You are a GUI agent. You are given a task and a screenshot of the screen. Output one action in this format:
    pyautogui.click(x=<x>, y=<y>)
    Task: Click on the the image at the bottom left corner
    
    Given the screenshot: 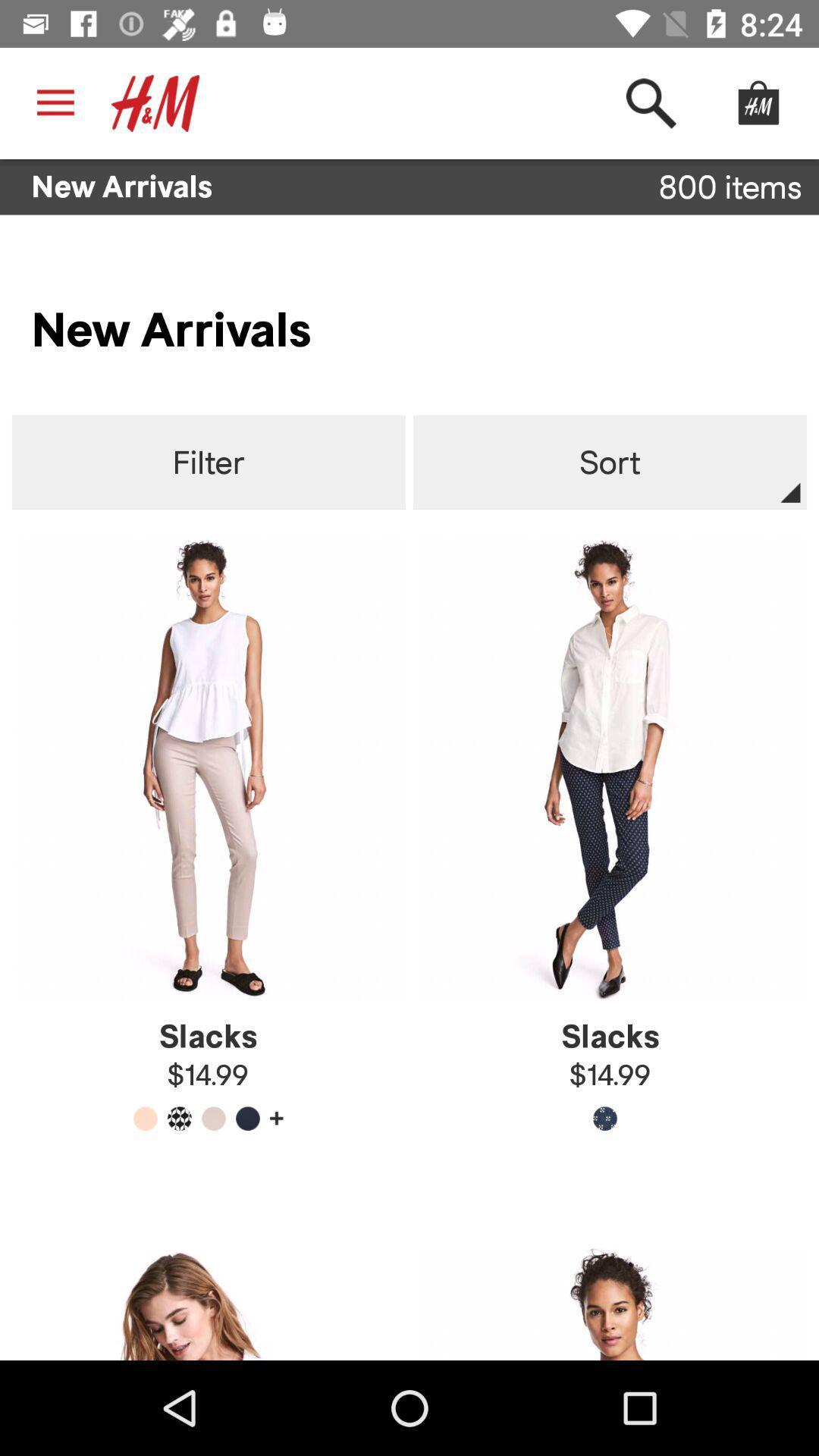 What is the action you would take?
    pyautogui.click(x=208, y=1303)
    